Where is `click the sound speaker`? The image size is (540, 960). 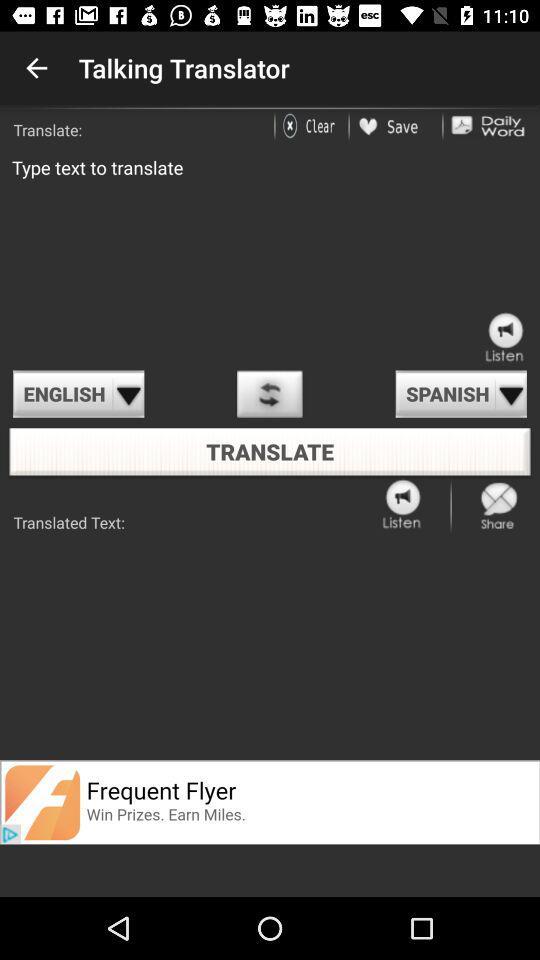
click the sound speaker is located at coordinates (504, 338).